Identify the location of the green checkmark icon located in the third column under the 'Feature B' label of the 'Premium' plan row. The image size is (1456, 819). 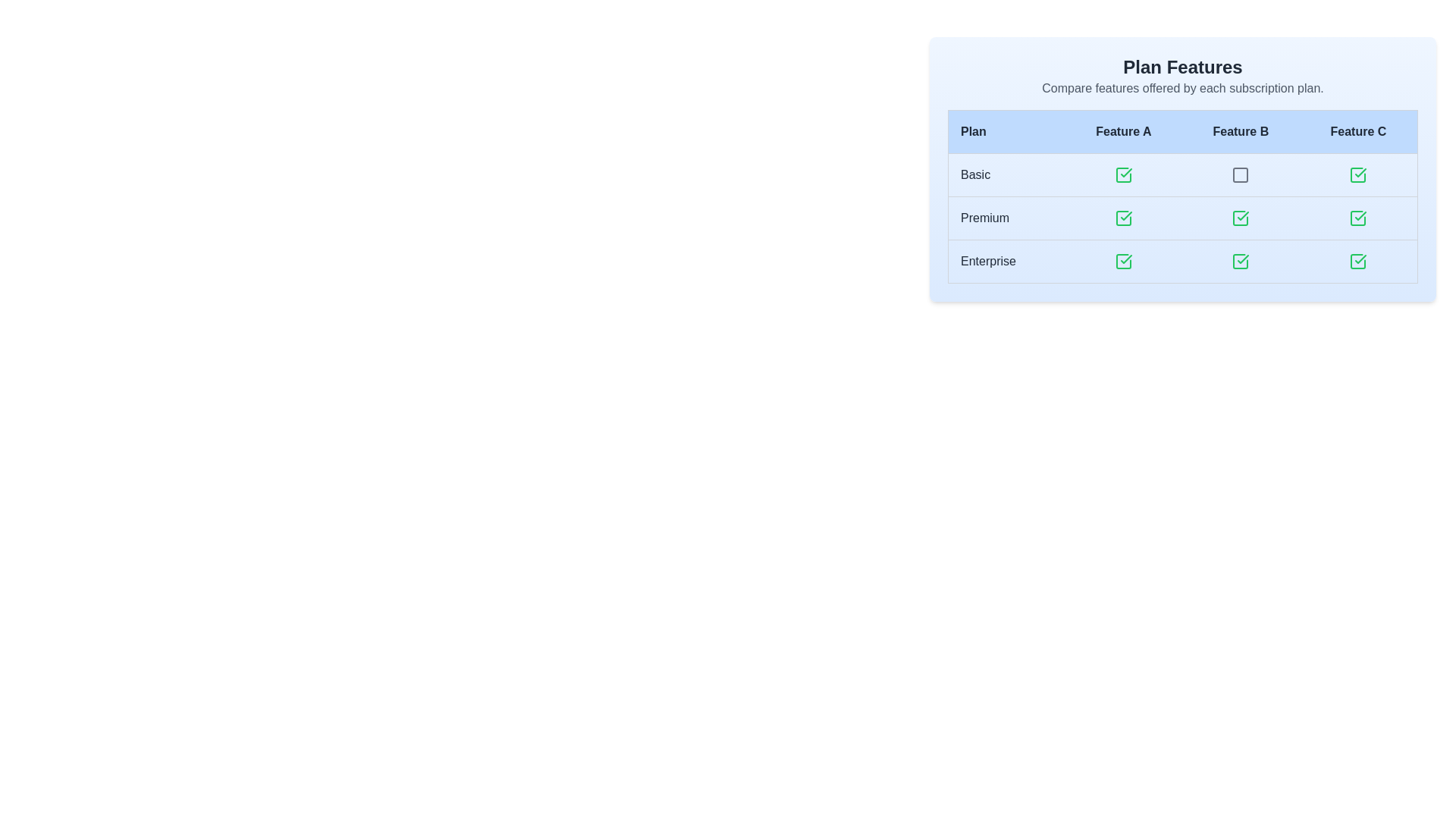
(1241, 218).